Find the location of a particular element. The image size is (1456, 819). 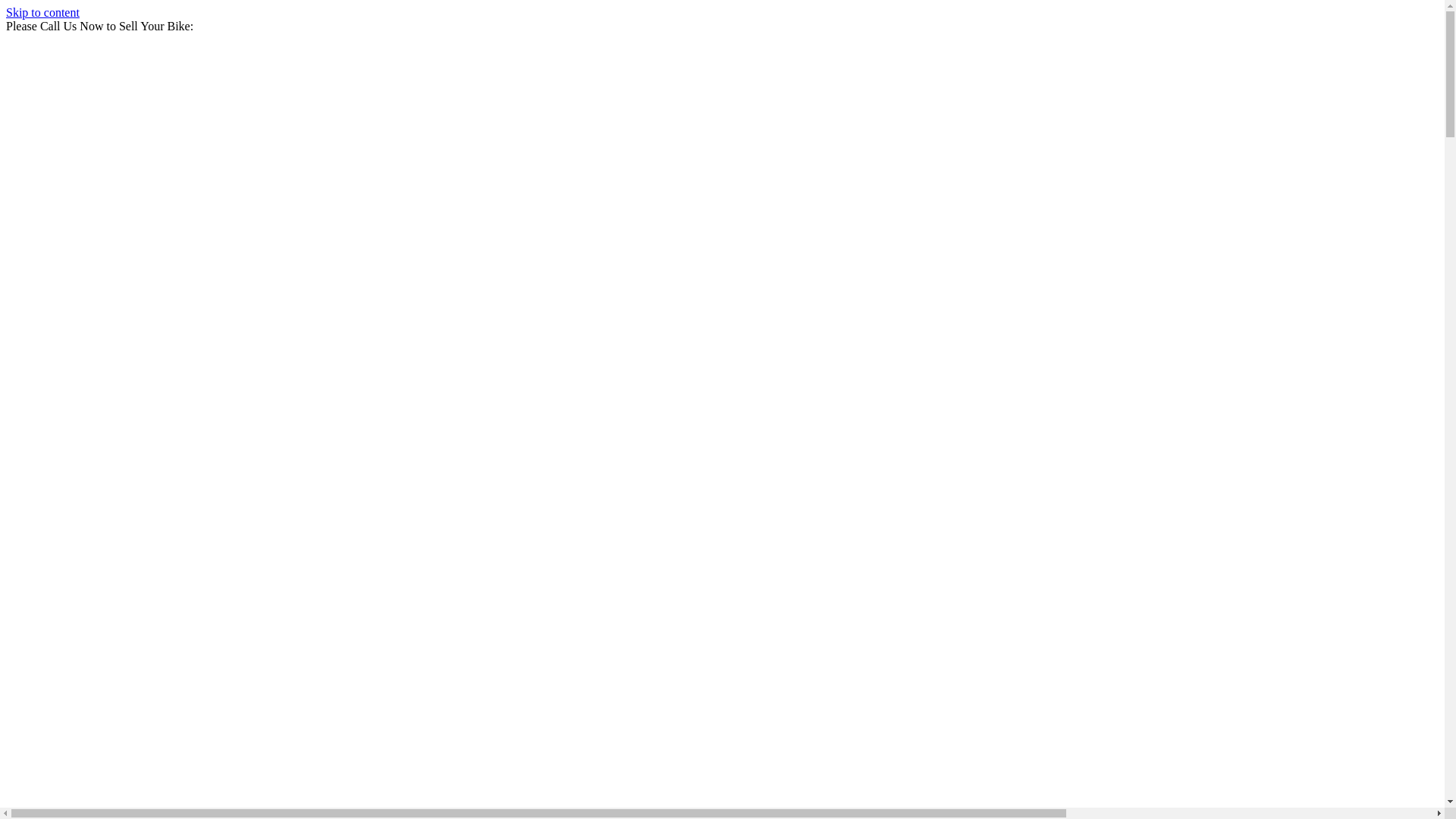

'Skip to content' is located at coordinates (42, 12).